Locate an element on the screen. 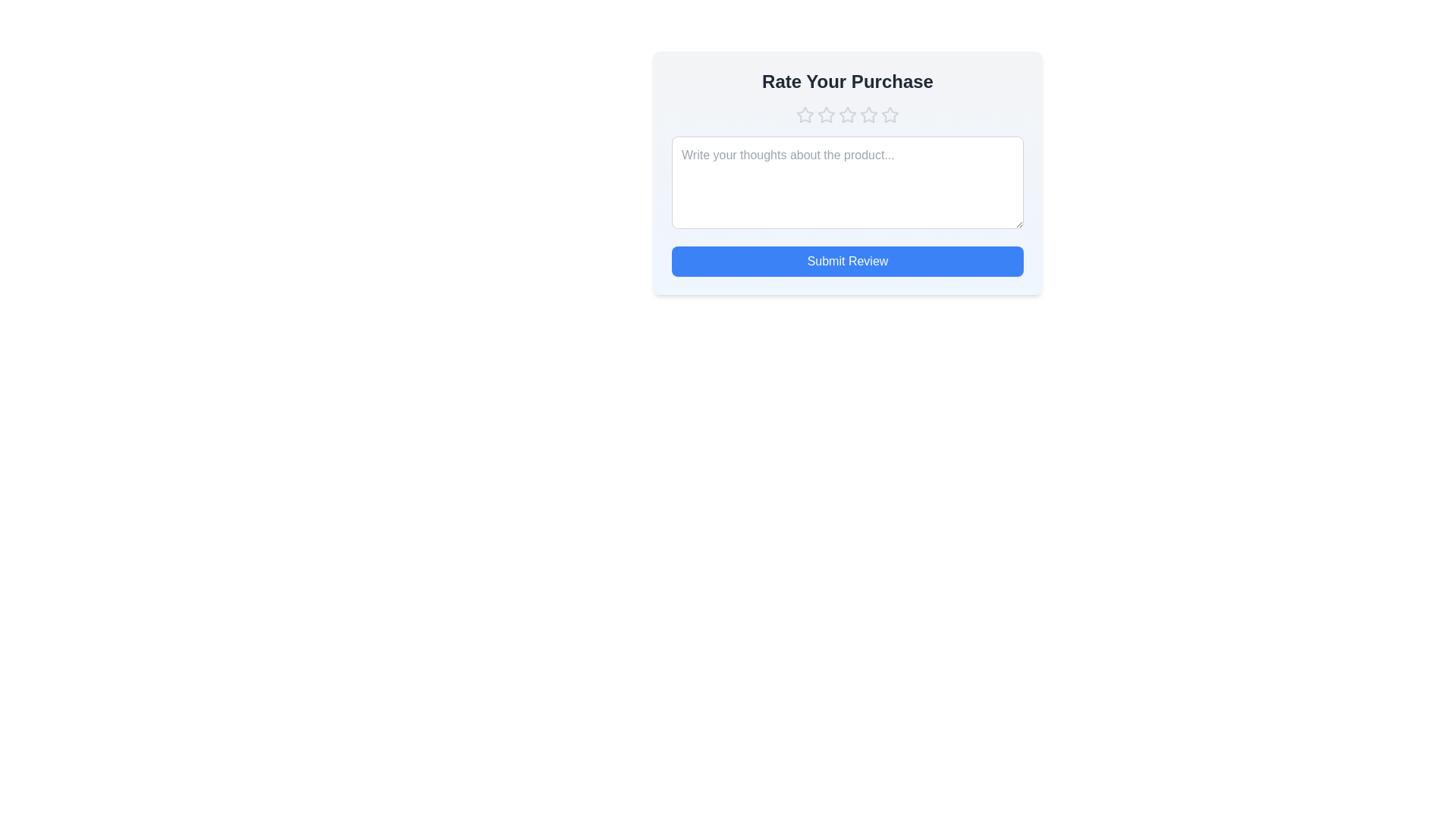 This screenshot has width=1456, height=819. the star corresponding to the rating 2 is located at coordinates (825, 114).